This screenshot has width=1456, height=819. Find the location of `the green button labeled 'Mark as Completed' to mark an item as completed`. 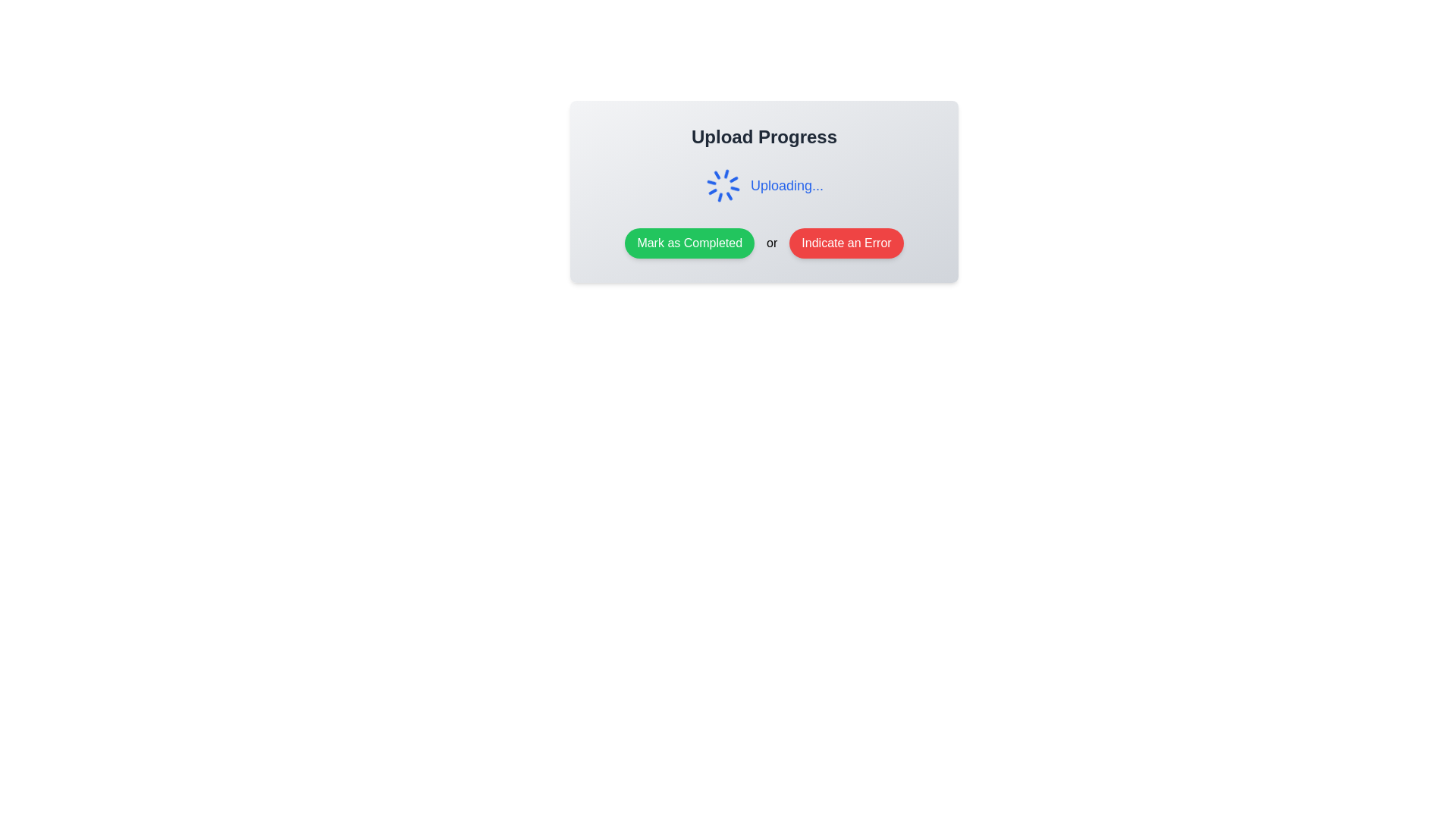

the green button labeled 'Mark as Completed' to mark an item as completed is located at coordinates (689, 242).